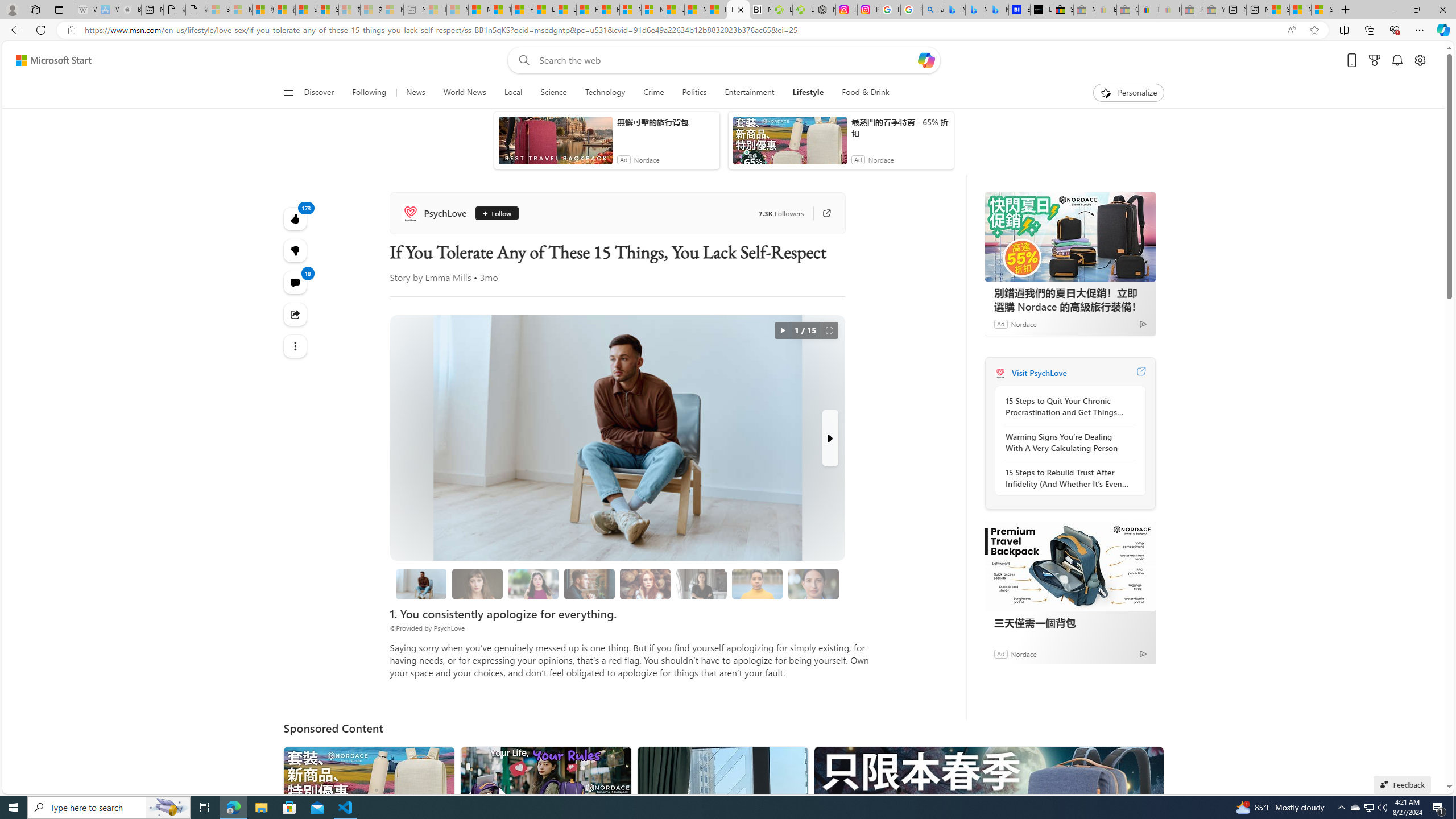 This screenshot has height=819, width=1456. Describe the element at coordinates (85, 9) in the screenshot. I see `'Wikipedia - Sleeping'` at that location.